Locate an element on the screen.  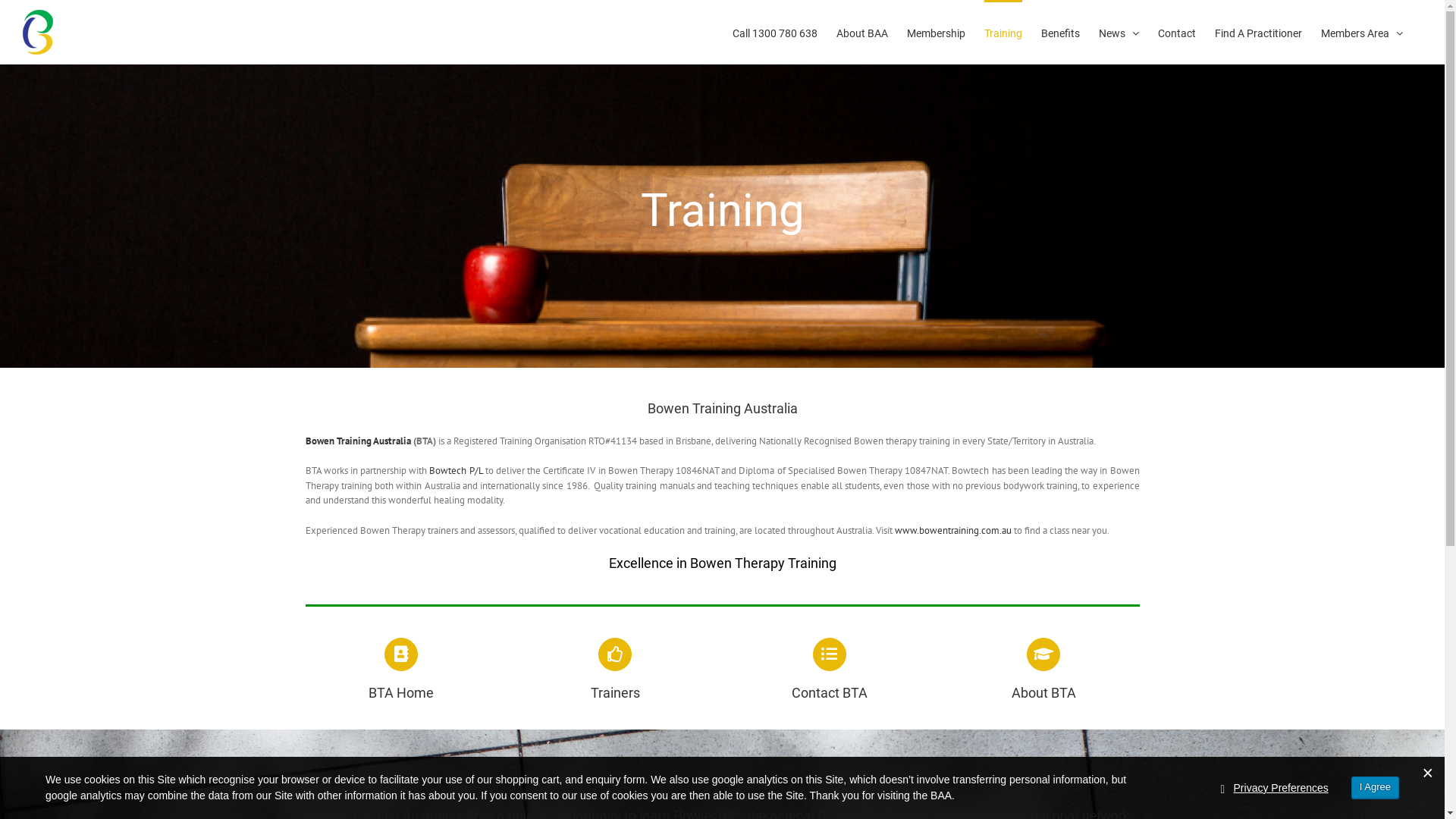
'Training' is located at coordinates (1003, 32).